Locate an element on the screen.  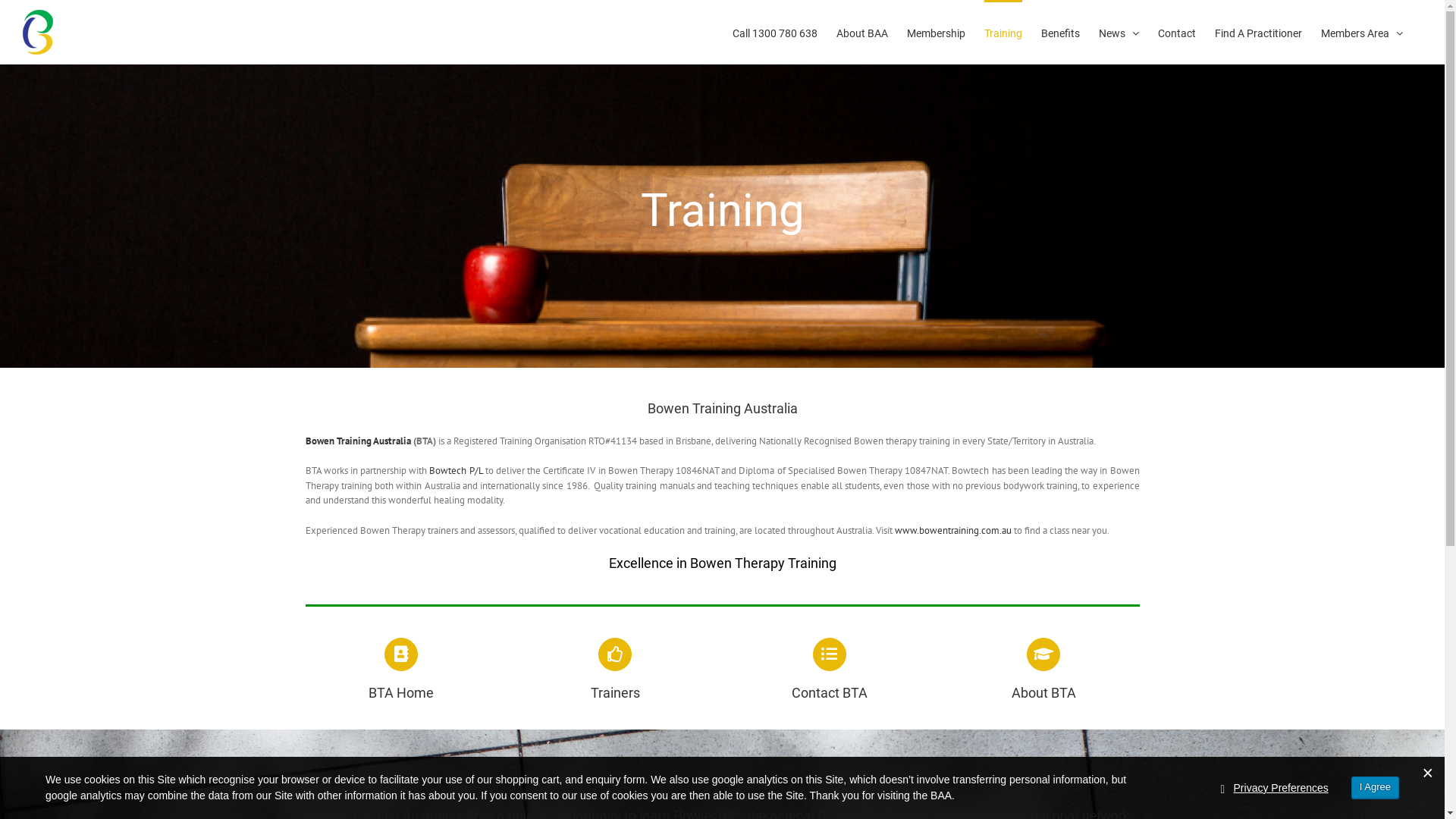
'Training' is located at coordinates (1003, 32).